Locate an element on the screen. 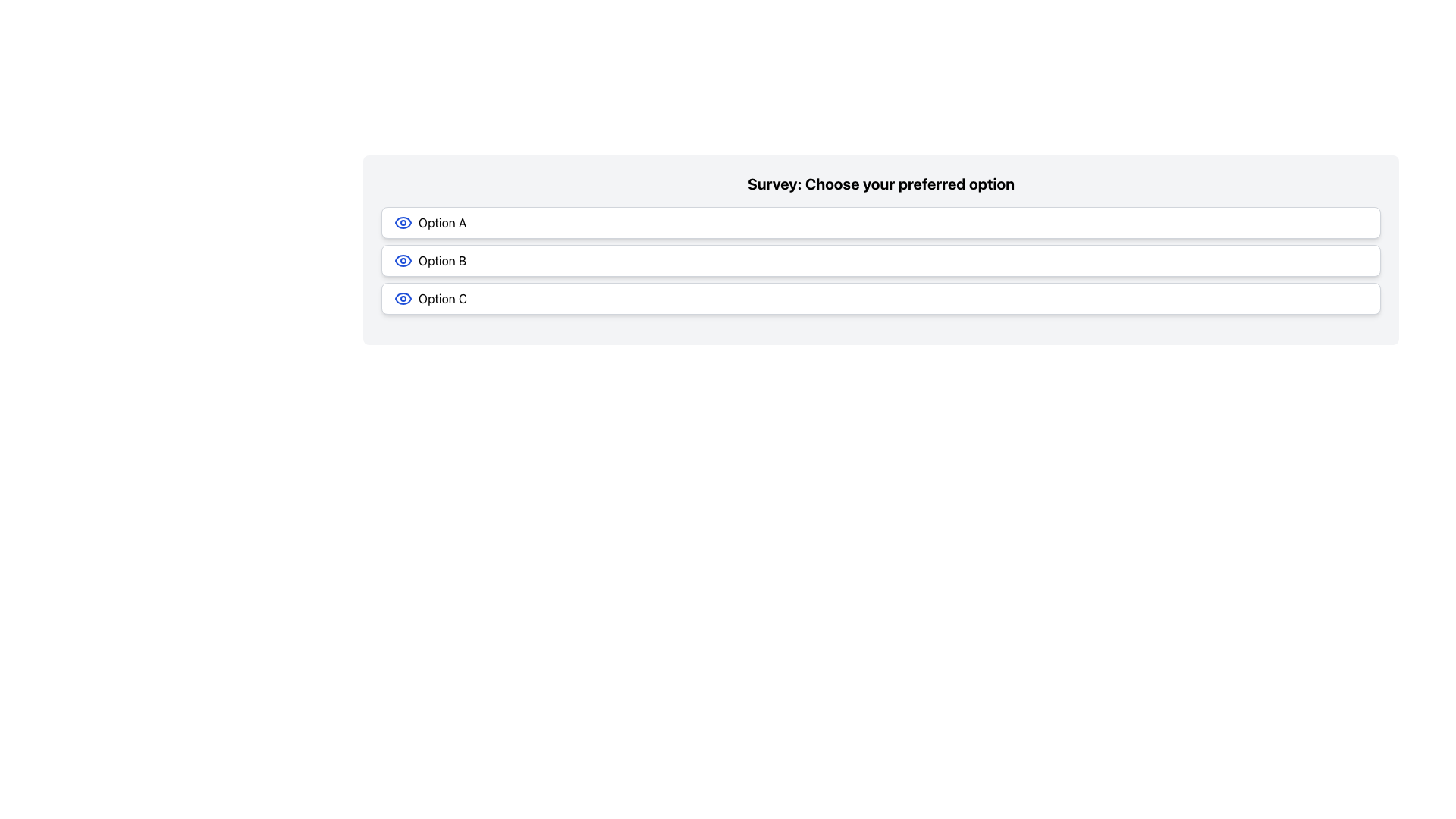 The width and height of the screenshot is (1456, 819). the 'Option C' button, which is the last option in the survey section titled 'Survey: Choose your preferred option' is located at coordinates (880, 298).